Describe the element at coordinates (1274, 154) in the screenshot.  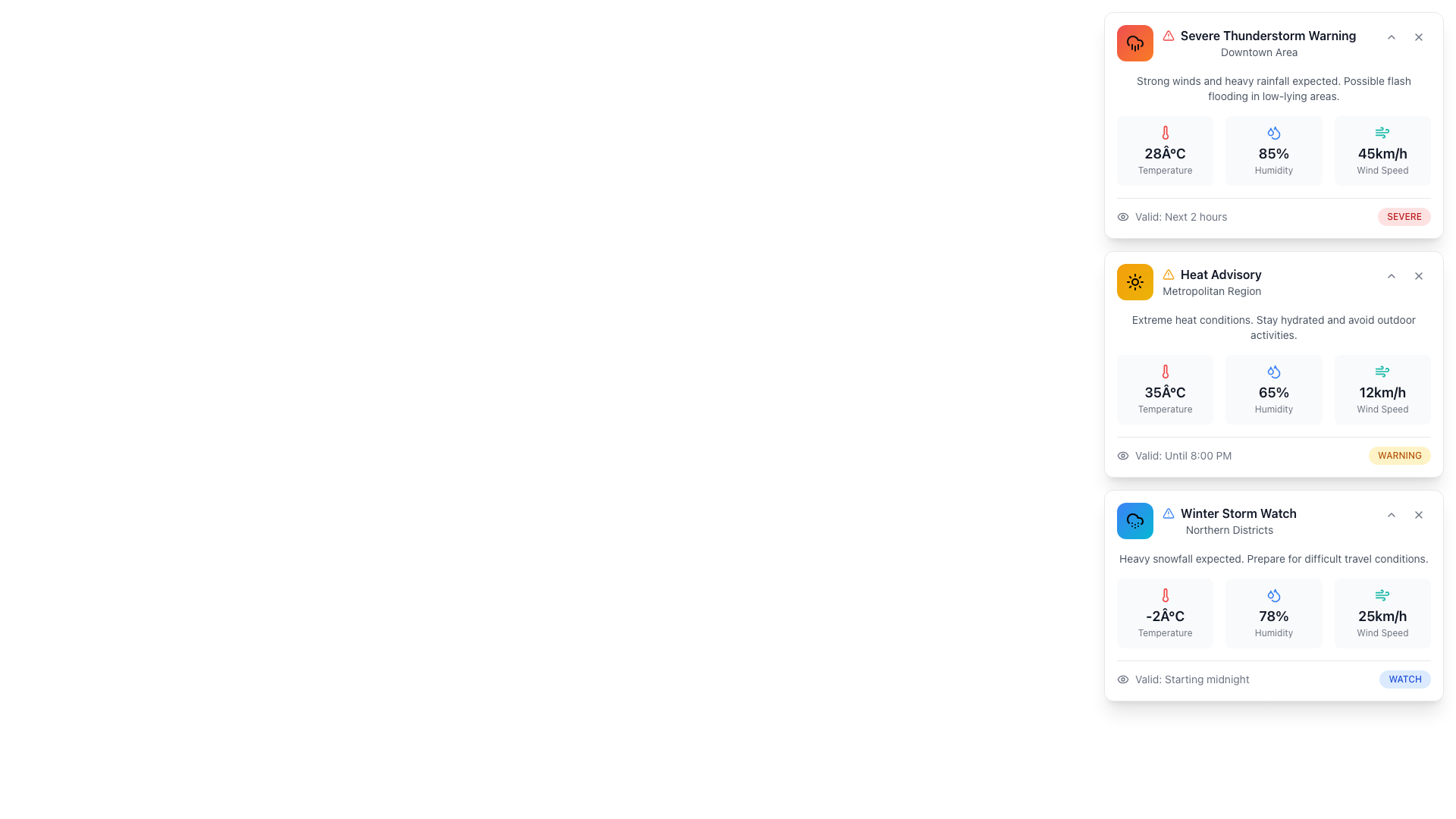
I see `the static text label displaying '85%' humidity in the top grid panel of the weather warning dashboard` at that location.